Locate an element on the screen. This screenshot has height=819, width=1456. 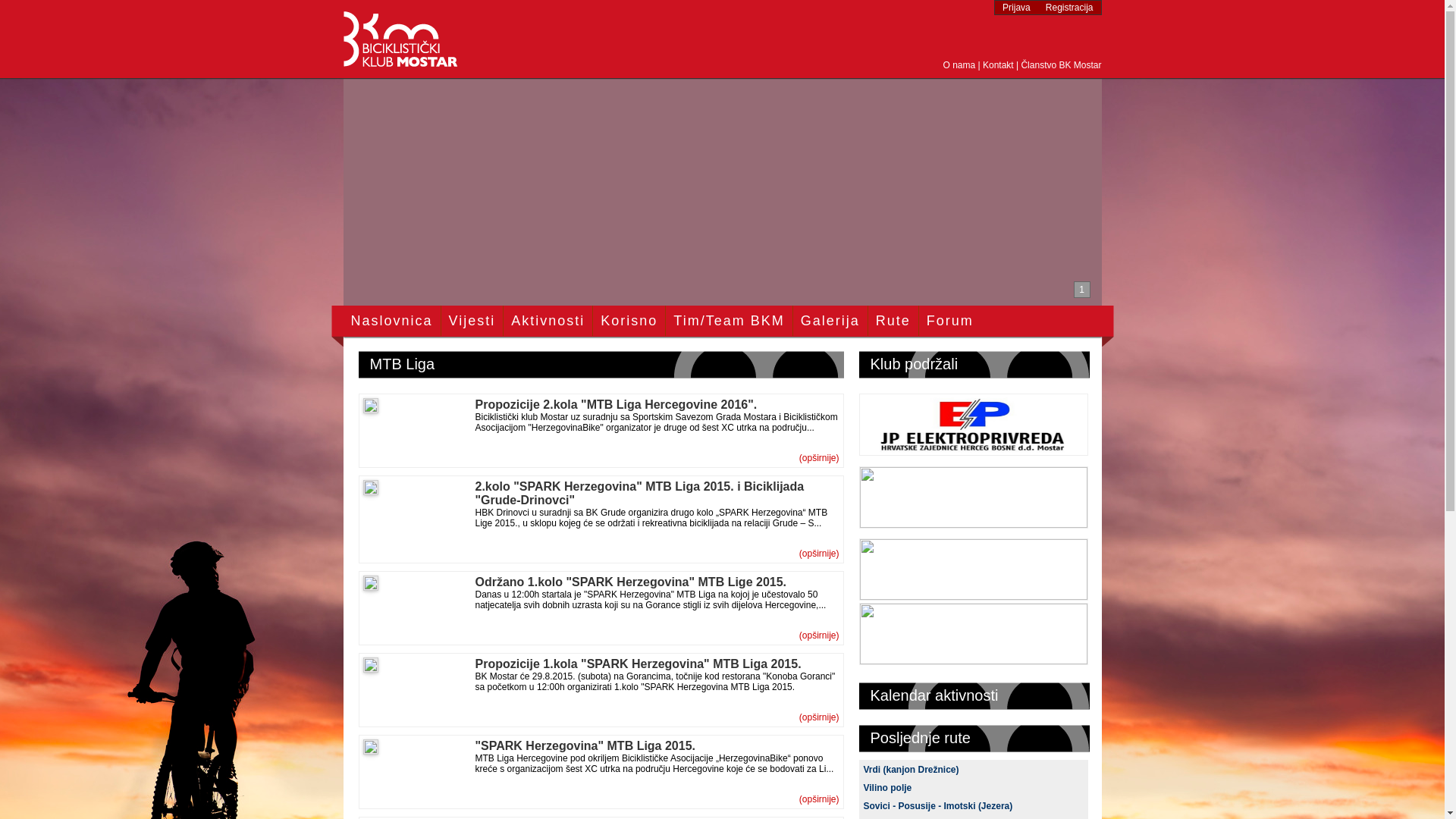
'HT Eronet' is located at coordinates (972, 522).